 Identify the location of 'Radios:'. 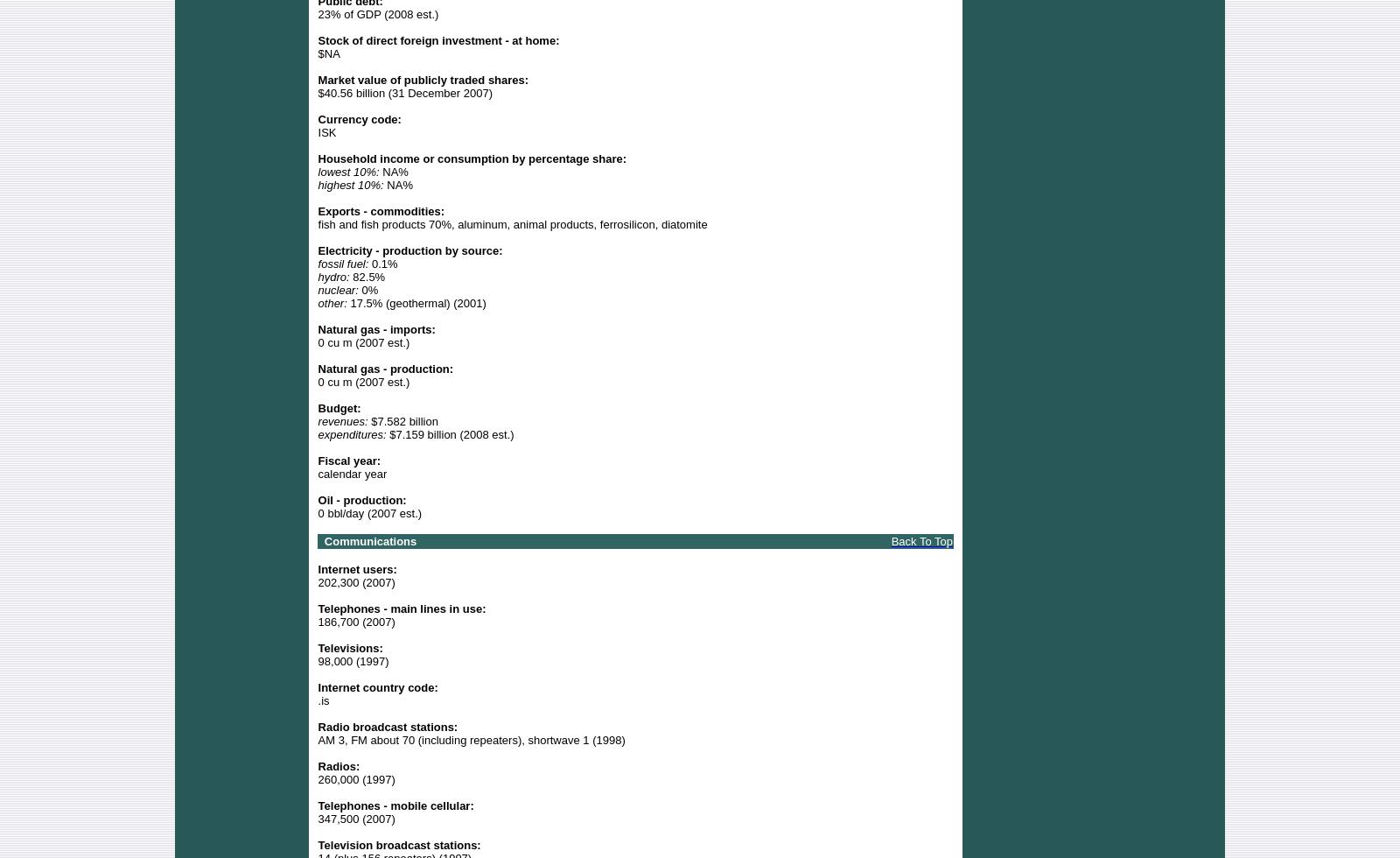
(339, 765).